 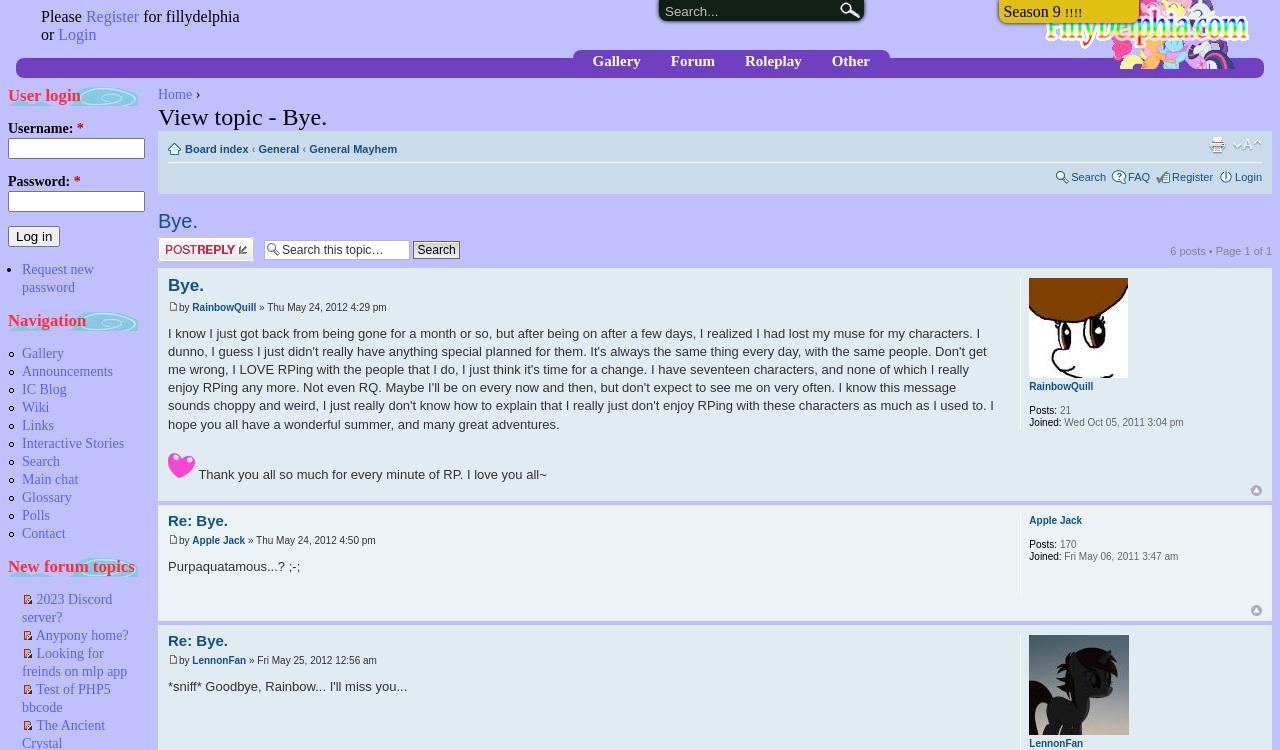 What do you see at coordinates (62, 16) in the screenshot?
I see `'Please'` at bounding box center [62, 16].